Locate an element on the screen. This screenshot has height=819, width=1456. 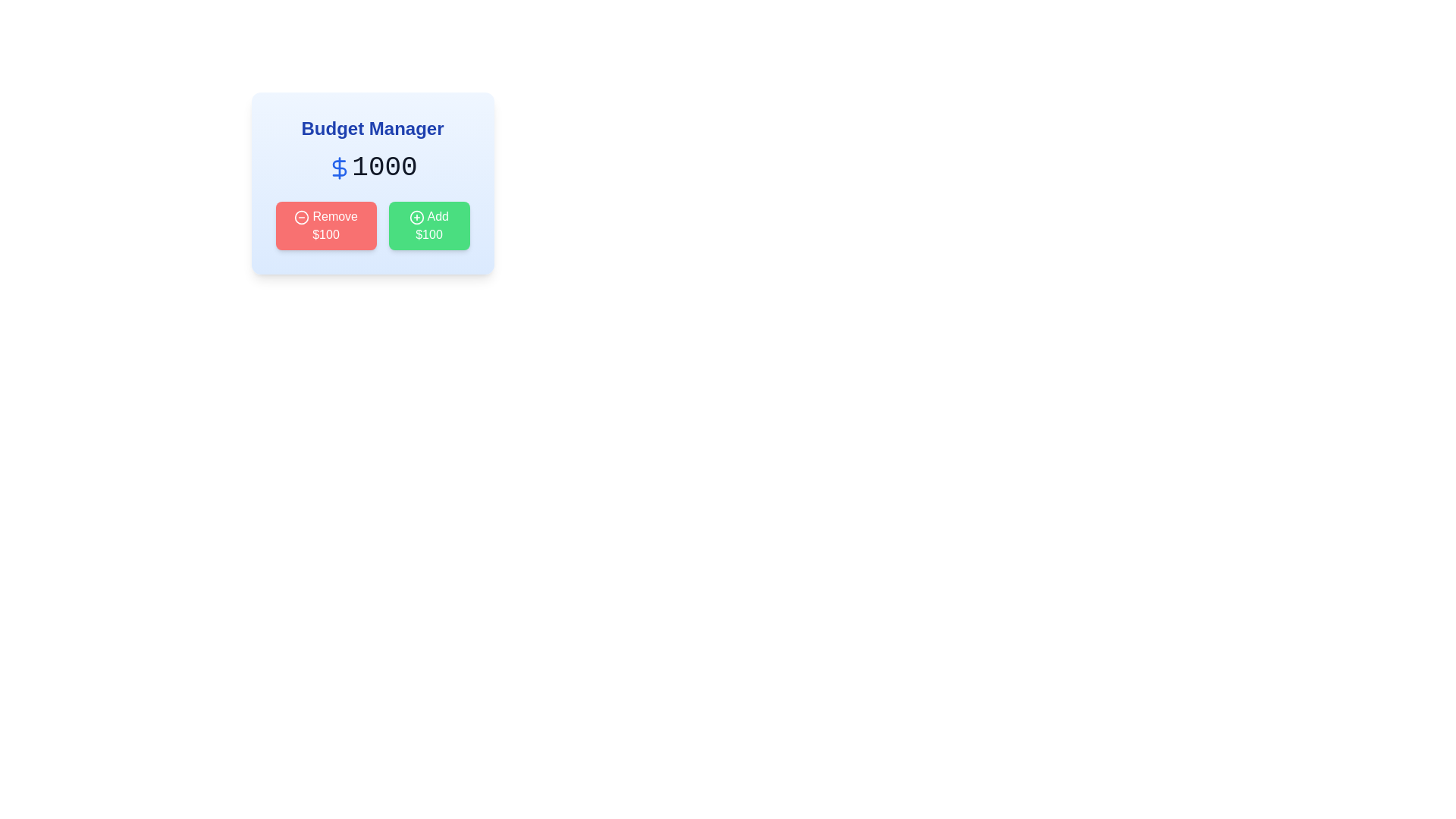
keyboard navigation is located at coordinates (428, 225).